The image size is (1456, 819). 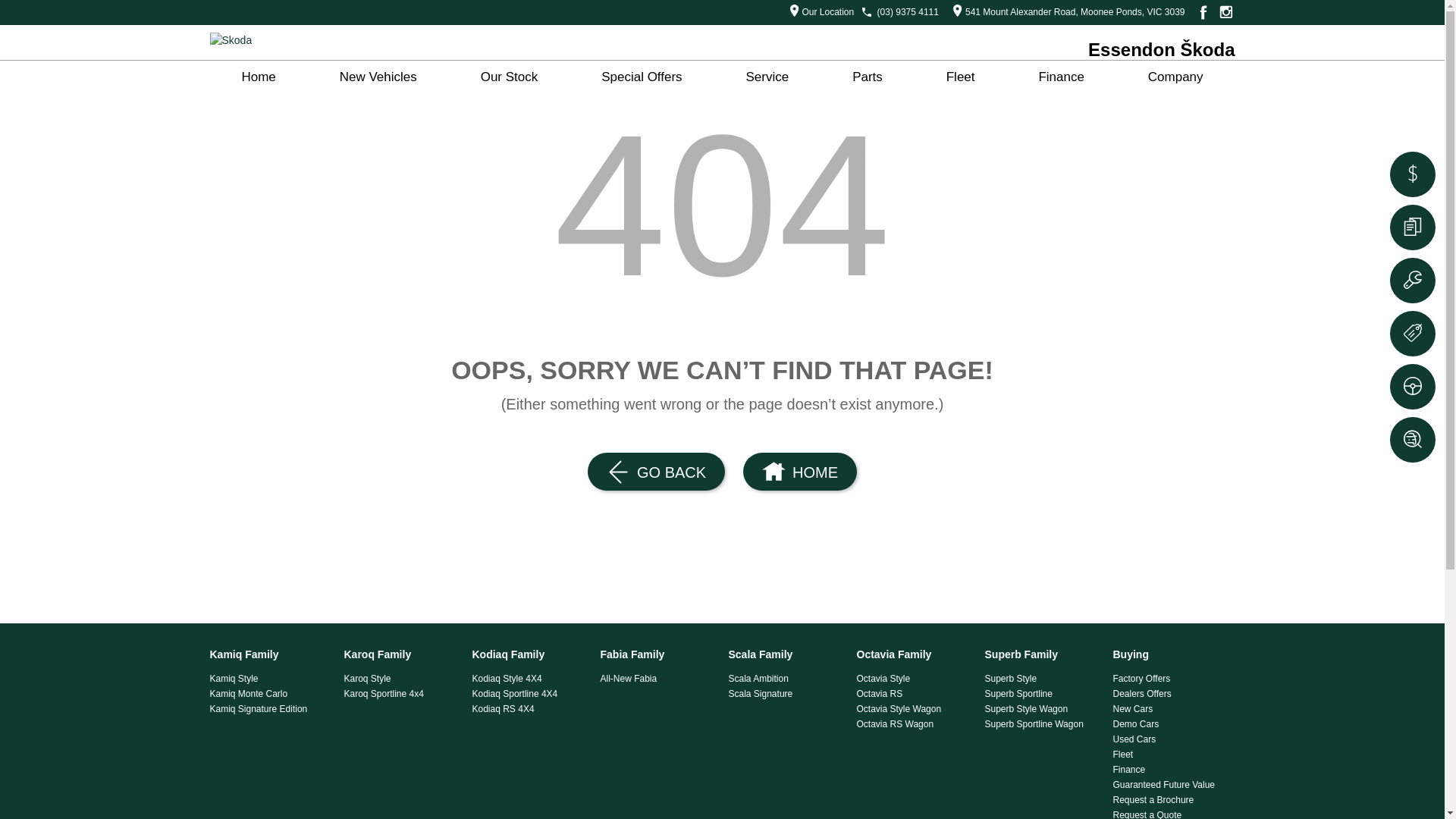 What do you see at coordinates (1170, 784) in the screenshot?
I see `'Guaranteed Future Value'` at bounding box center [1170, 784].